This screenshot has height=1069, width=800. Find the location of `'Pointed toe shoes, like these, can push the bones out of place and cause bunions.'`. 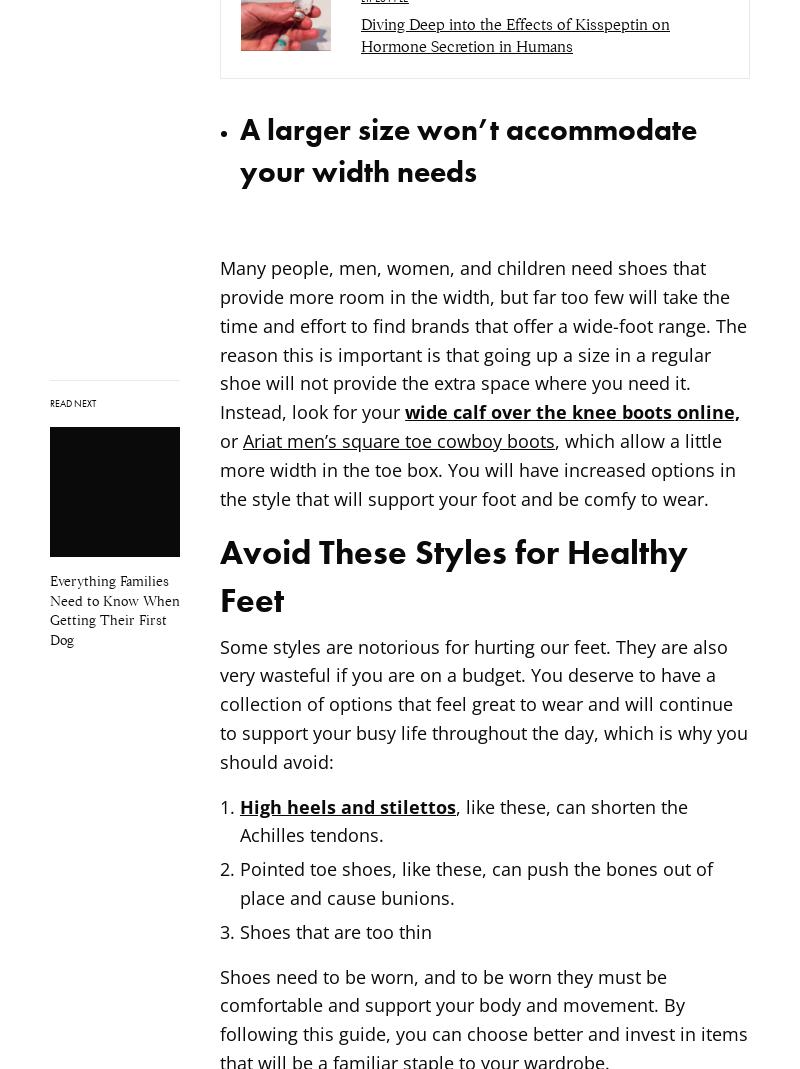

'Pointed toe shoes, like these, can push the bones out of place and cause bunions.' is located at coordinates (476, 881).